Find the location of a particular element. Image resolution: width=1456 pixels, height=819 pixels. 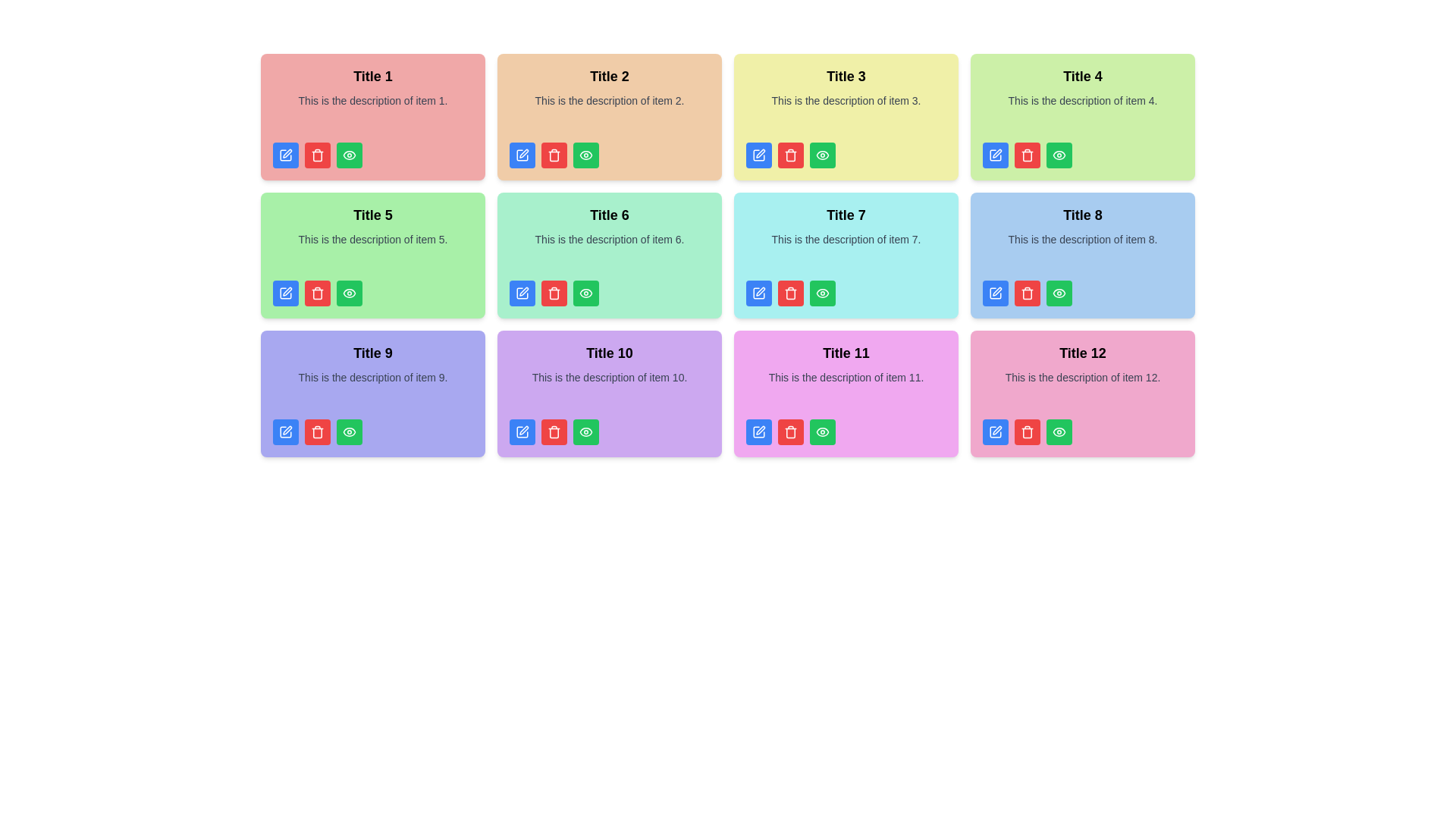

the icons within the Card component located in the bottom row and the second column of the grid, which is to the right of 'Title 9' and to the left of 'Title 11' is located at coordinates (610, 393).